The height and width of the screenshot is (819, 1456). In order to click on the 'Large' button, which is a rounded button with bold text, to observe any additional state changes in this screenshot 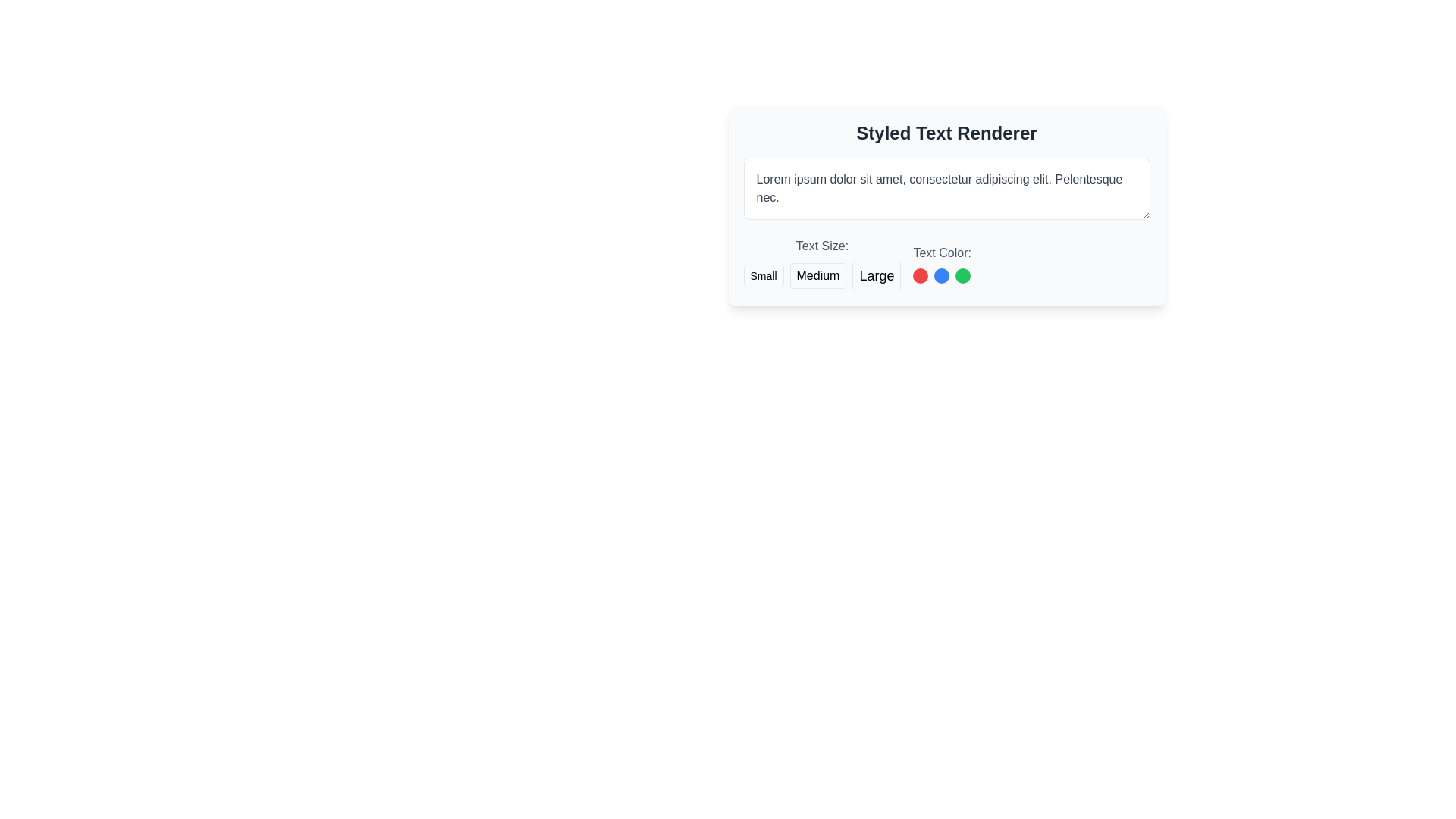, I will do `click(877, 275)`.